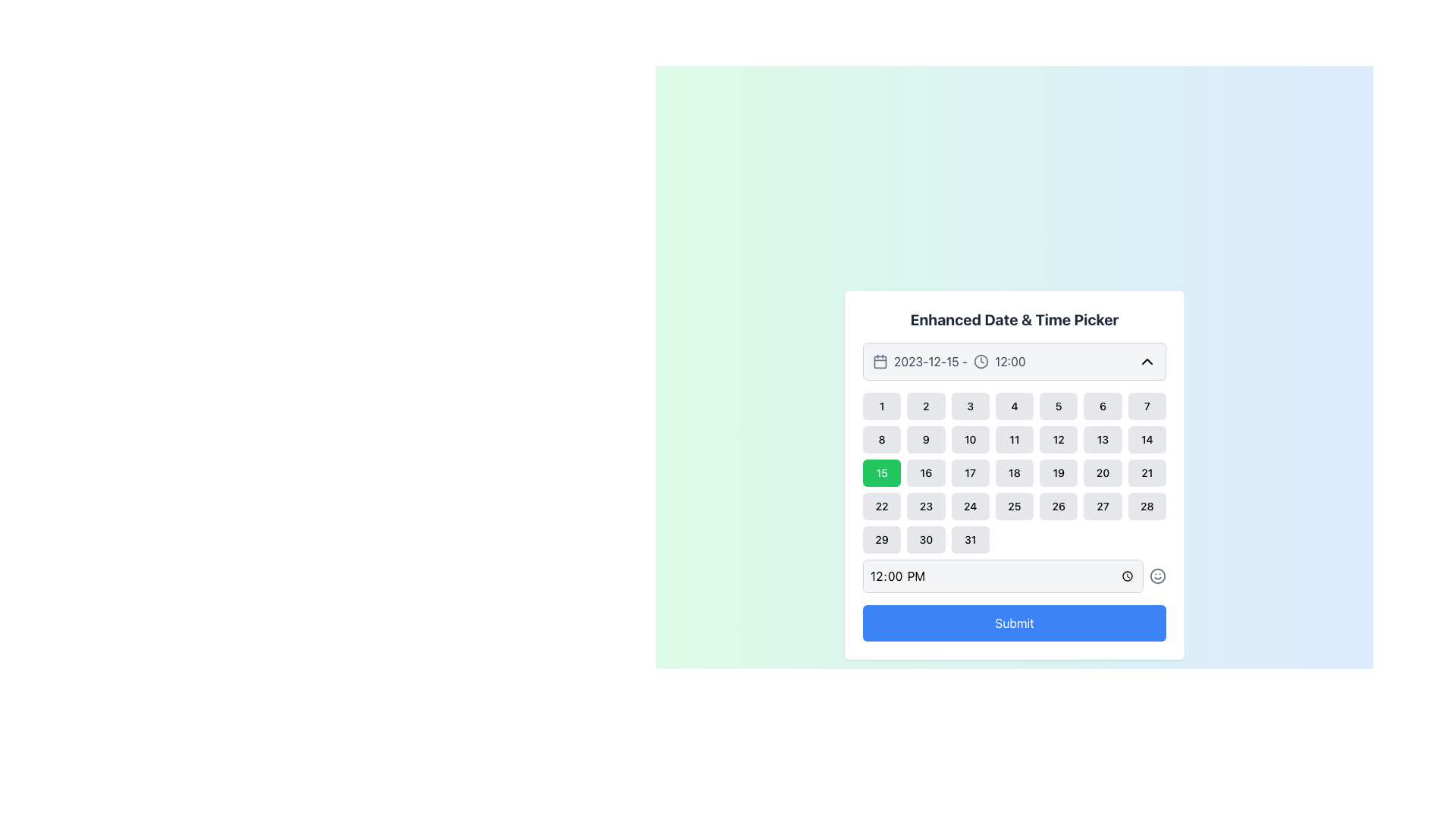 The image size is (1456, 819). What do you see at coordinates (1147, 362) in the screenshot?
I see `the chevron-up icon button located in the top-right corner of the date and time picker` at bounding box center [1147, 362].